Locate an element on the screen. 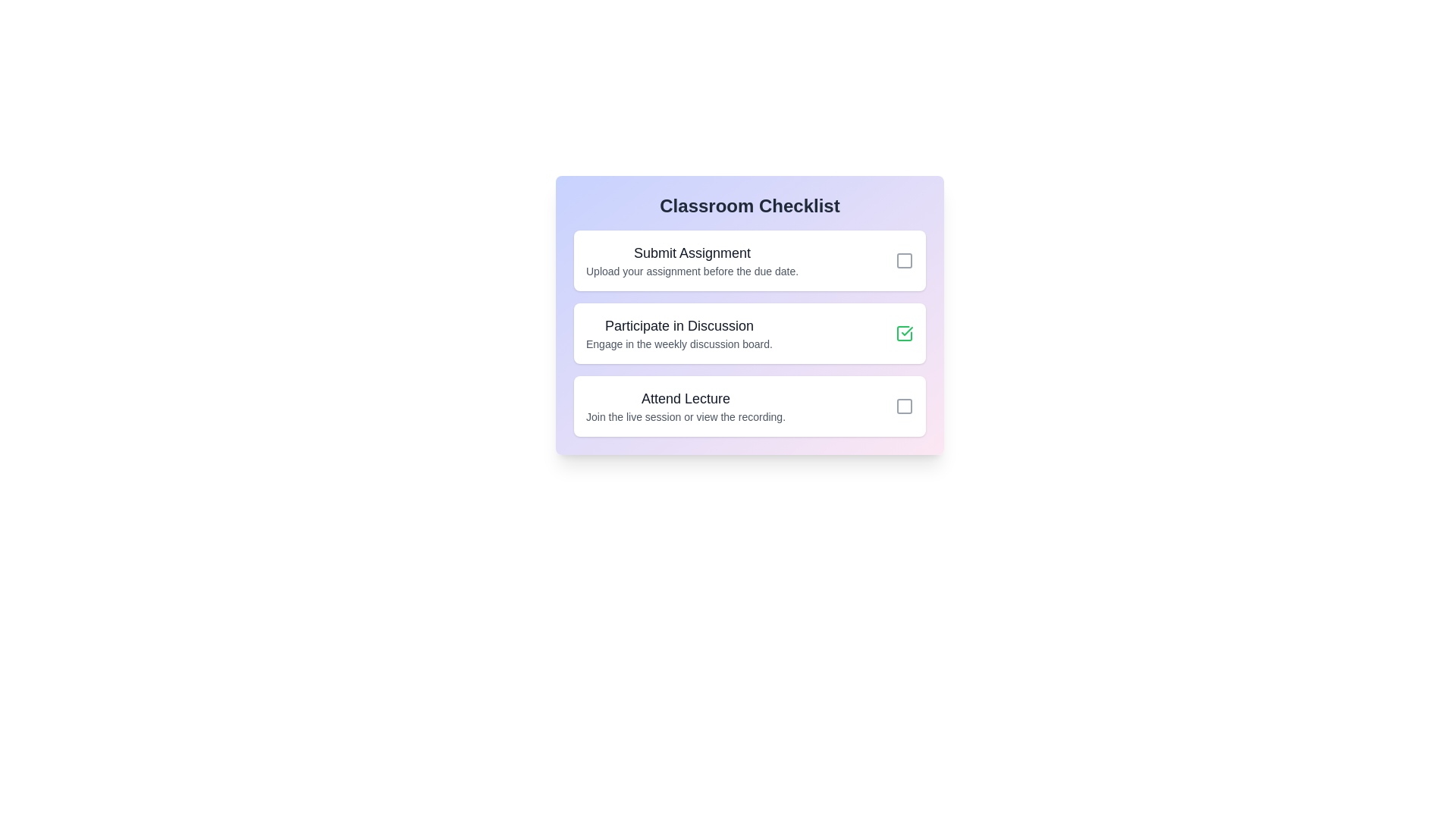 This screenshot has height=819, width=1456. text content of the Heading Text located at the top of the card-like component above the checklist of tasks is located at coordinates (749, 206).